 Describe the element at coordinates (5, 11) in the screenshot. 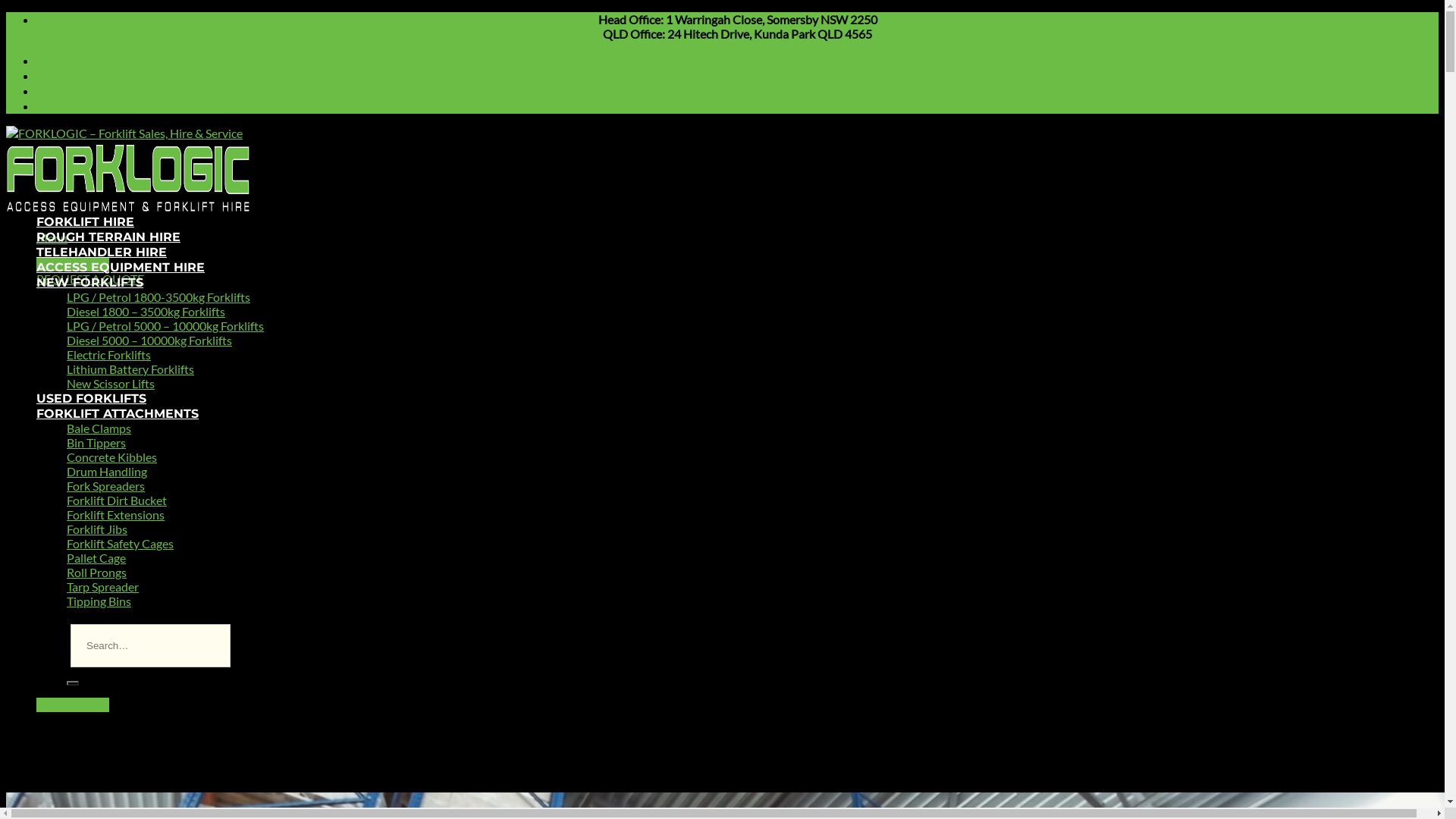

I see `'Skip to content'` at that location.